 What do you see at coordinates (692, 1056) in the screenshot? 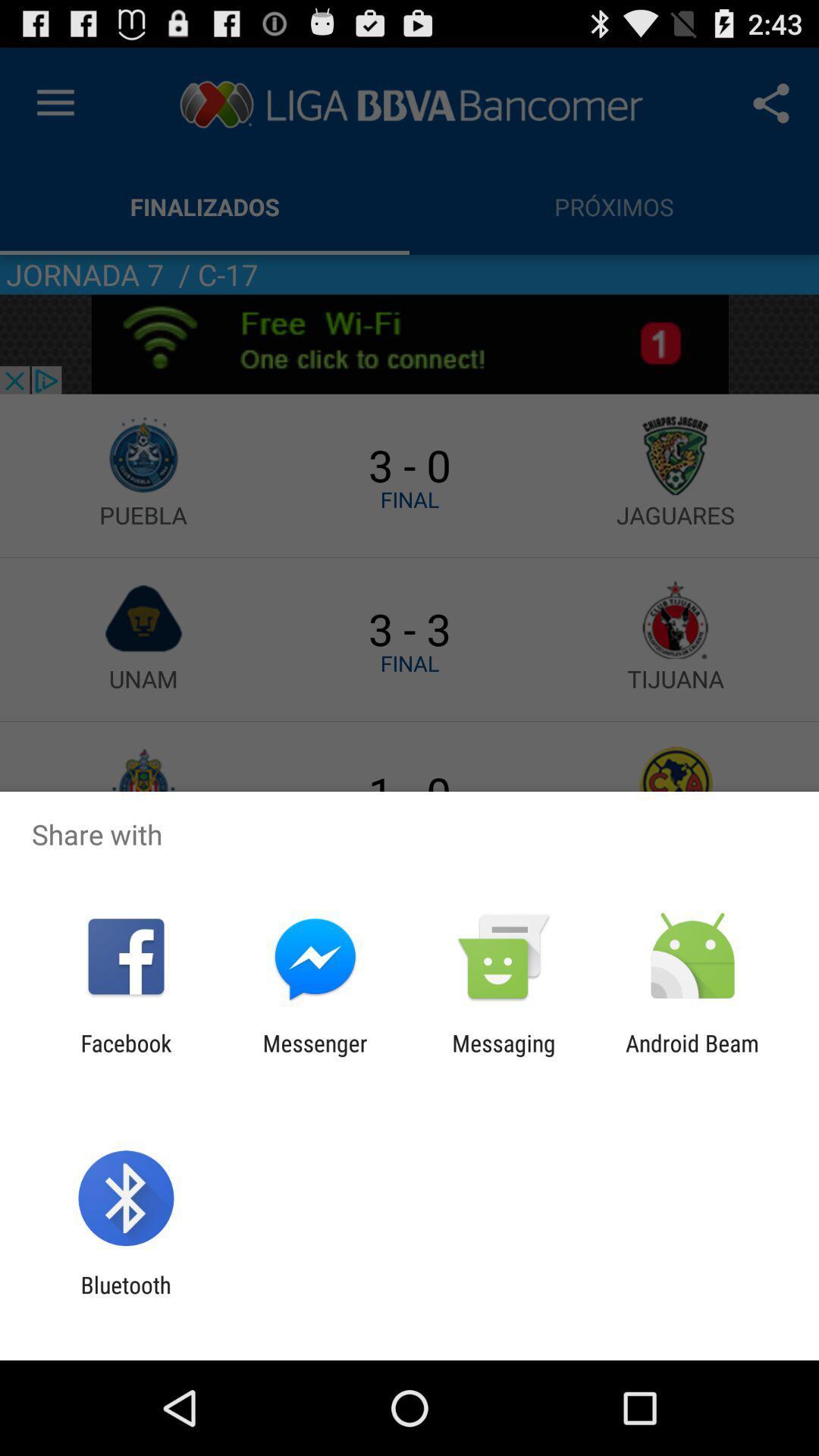
I see `android beam at the bottom right corner` at bounding box center [692, 1056].